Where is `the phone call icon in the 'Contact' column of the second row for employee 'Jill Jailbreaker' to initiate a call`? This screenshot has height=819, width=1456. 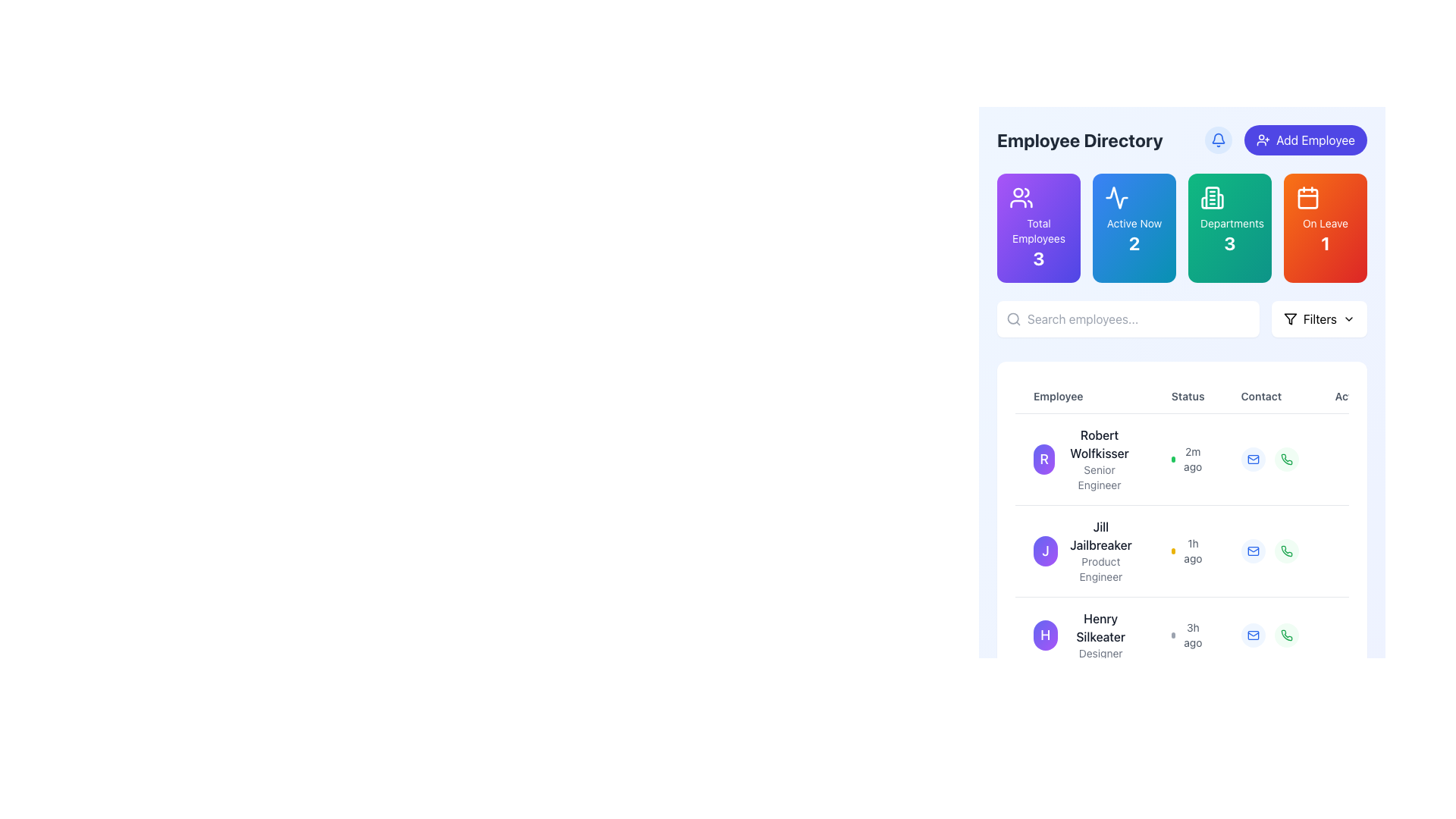 the phone call icon in the 'Contact' column of the second row for employee 'Jill Jailbreaker' to initiate a call is located at coordinates (1285, 551).